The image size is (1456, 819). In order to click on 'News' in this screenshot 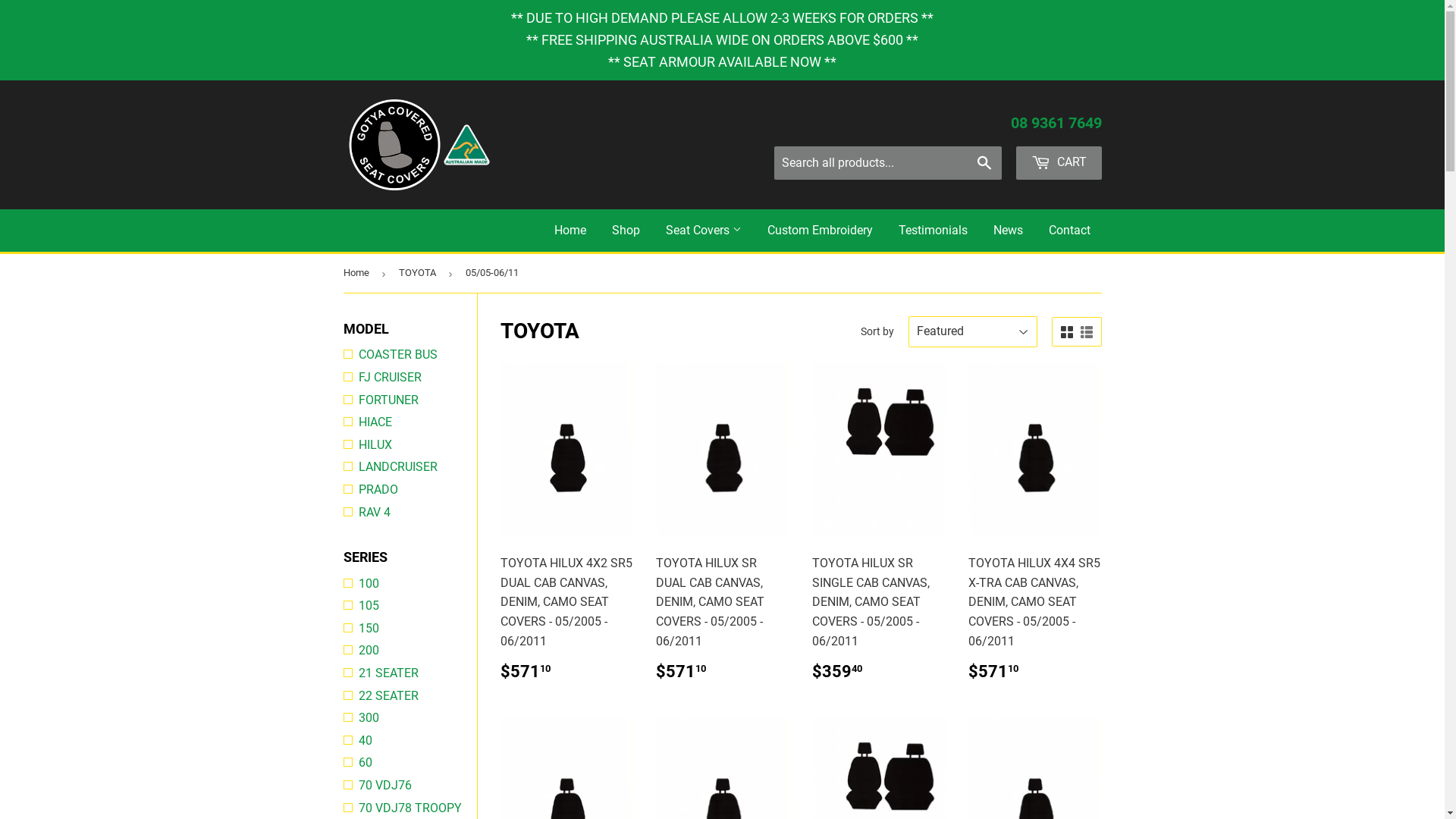, I will do `click(1007, 231)`.